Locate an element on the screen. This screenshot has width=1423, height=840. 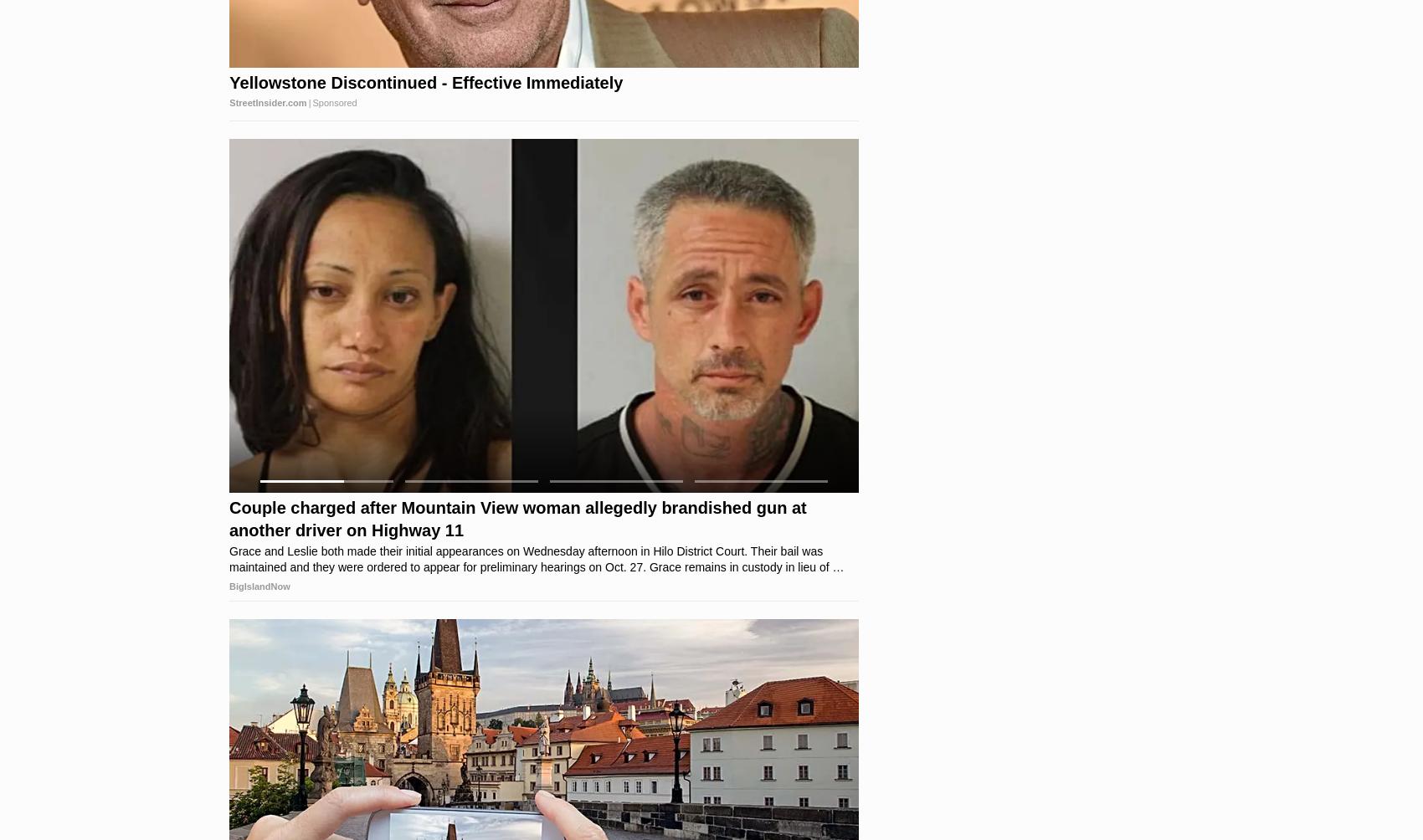
'$7.4 million awarded to Hawai‘i to help low-income households with home energy costs' is located at coordinates (229, 519).